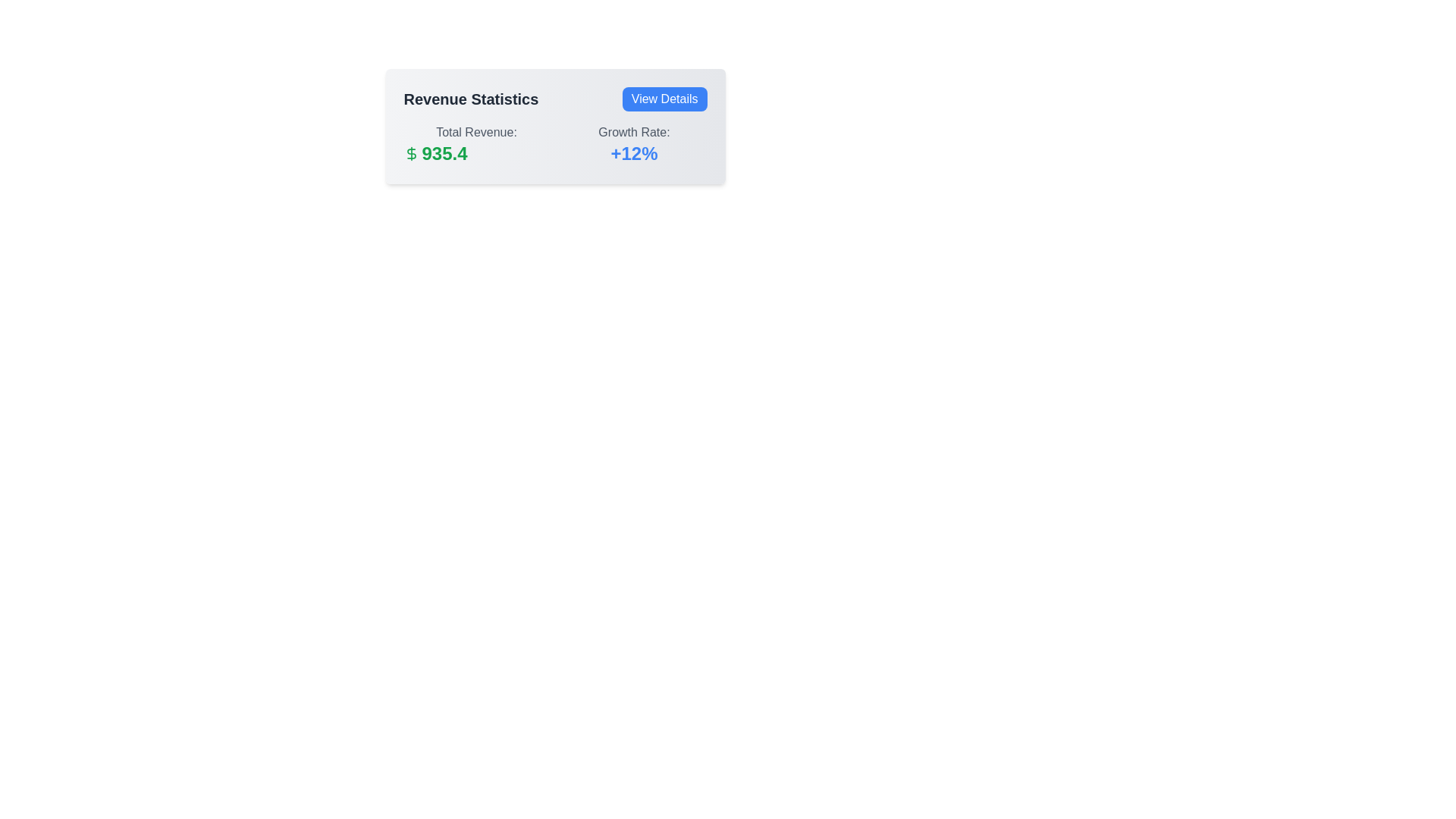 The height and width of the screenshot is (819, 1456). What do you see at coordinates (411, 154) in the screenshot?
I see `the dollar sign SVG icon located to the left of the numeric value 935.4 in the 'Total Revenue' section of the 'Revenue Statistics' card` at bounding box center [411, 154].